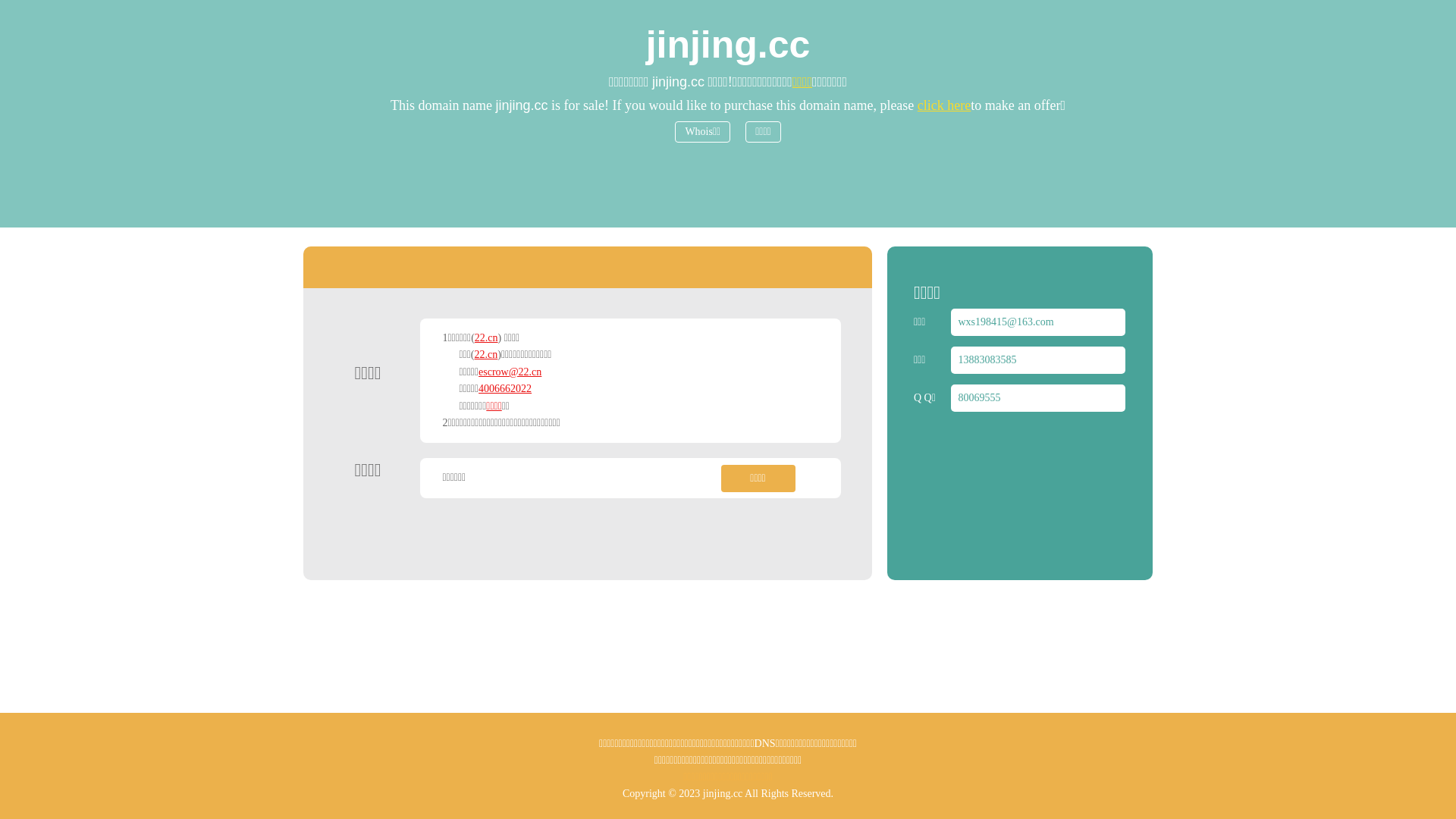 The width and height of the screenshot is (1456, 819). What do you see at coordinates (505, 388) in the screenshot?
I see `'4006662022'` at bounding box center [505, 388].